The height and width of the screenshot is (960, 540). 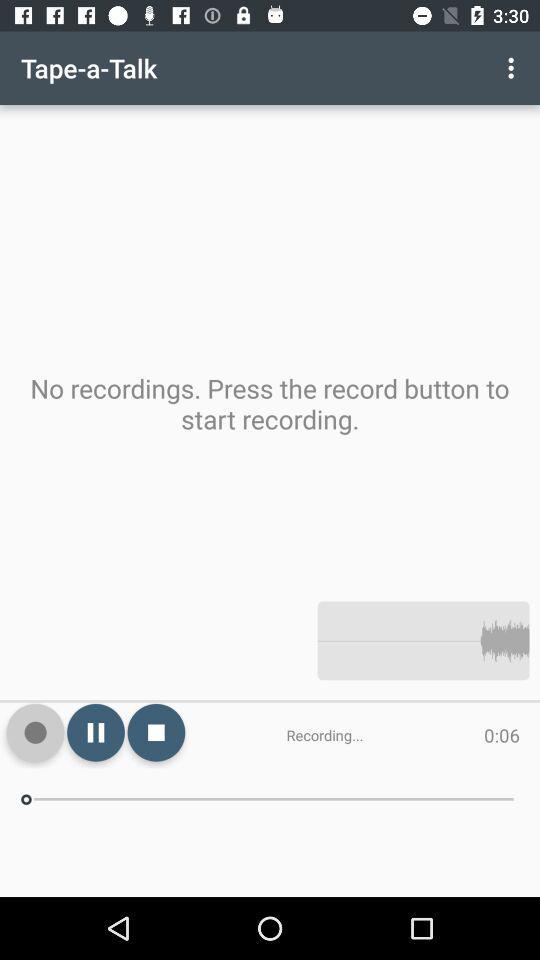 I want to click on icon next to recording..., so click(x=155, y=731).